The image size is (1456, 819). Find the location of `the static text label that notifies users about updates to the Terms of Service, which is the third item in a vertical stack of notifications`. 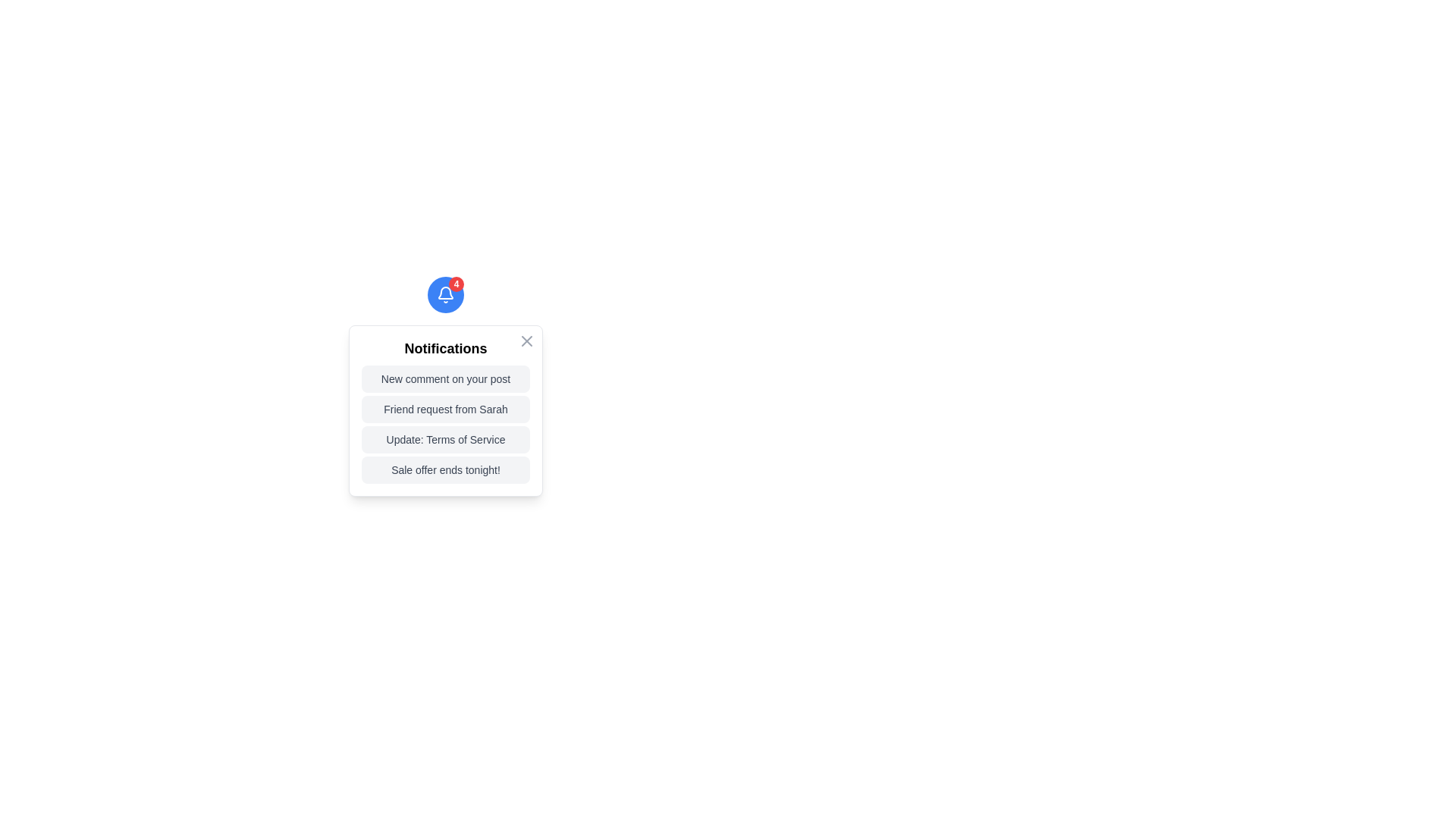

the static text label that notifies users about updates to the Terms of Service, which is the third item in a vertical stack of notifications is located at coordinates (445, 439).